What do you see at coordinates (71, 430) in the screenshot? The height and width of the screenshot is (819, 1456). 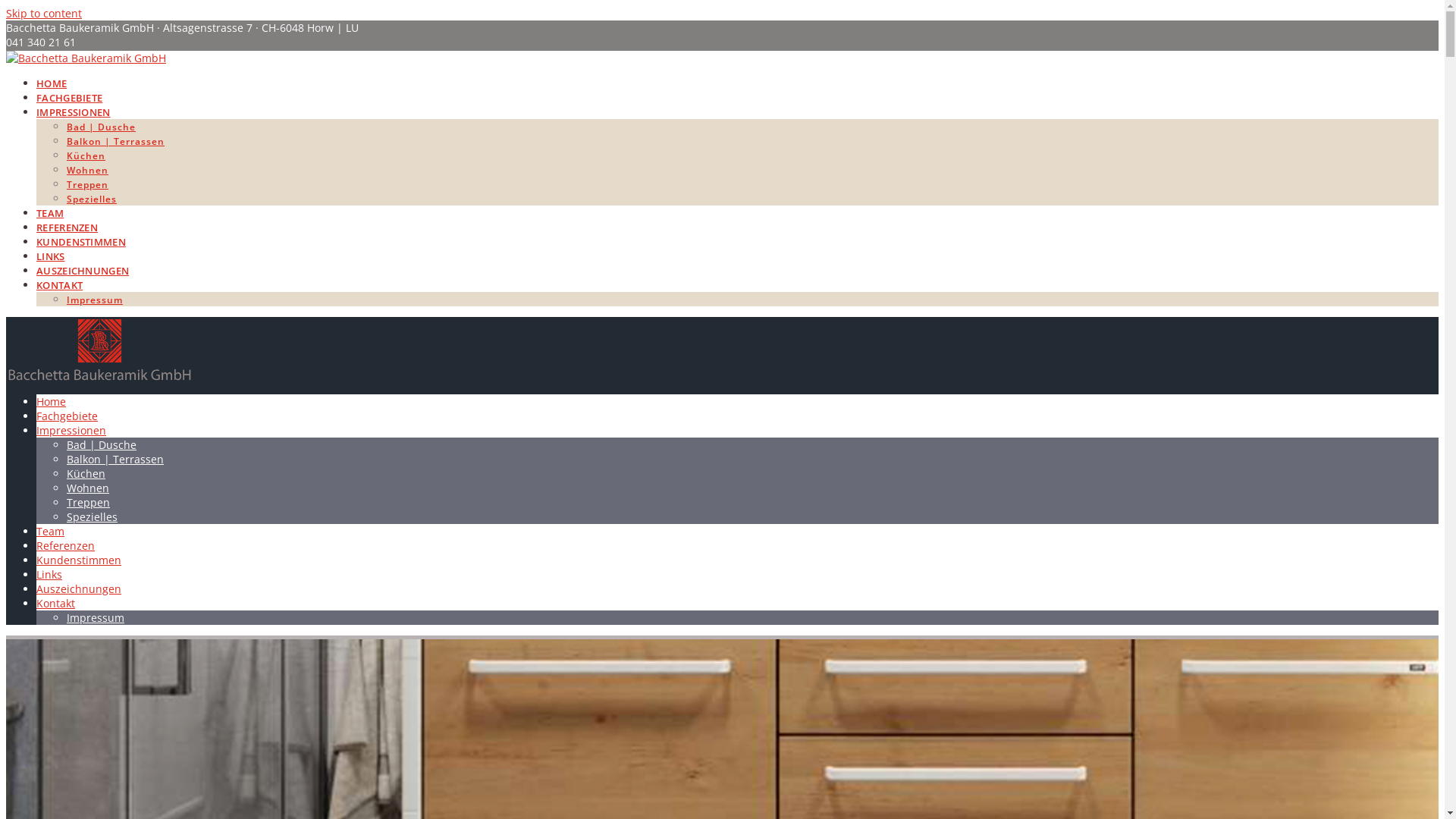 I see `'Impressionen'` at bounding box center [71, 430].